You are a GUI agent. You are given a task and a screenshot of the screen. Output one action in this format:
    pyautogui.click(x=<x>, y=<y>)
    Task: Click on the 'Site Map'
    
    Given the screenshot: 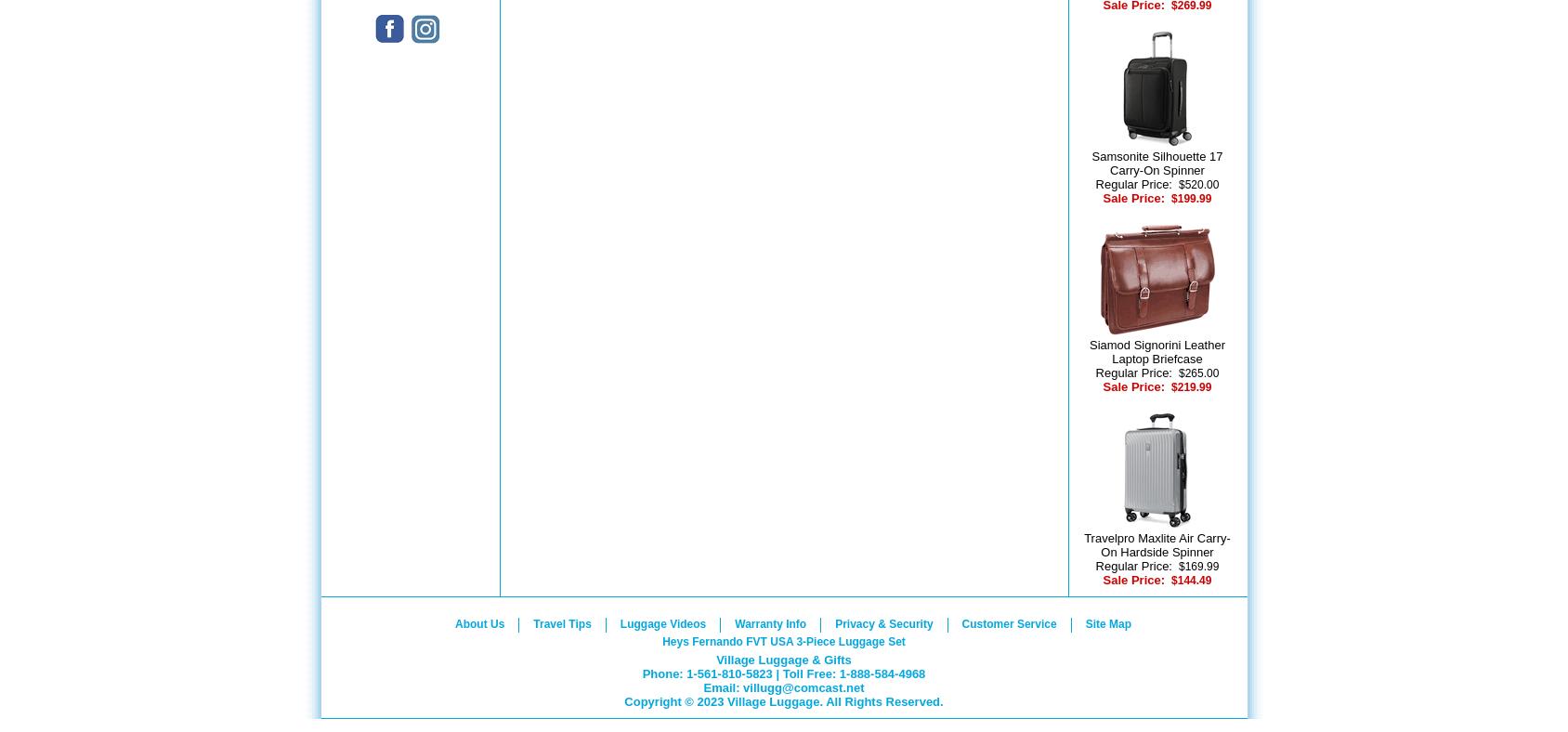 What is the action you would take?
    pyautogui.click(x=1107, y=623)
    